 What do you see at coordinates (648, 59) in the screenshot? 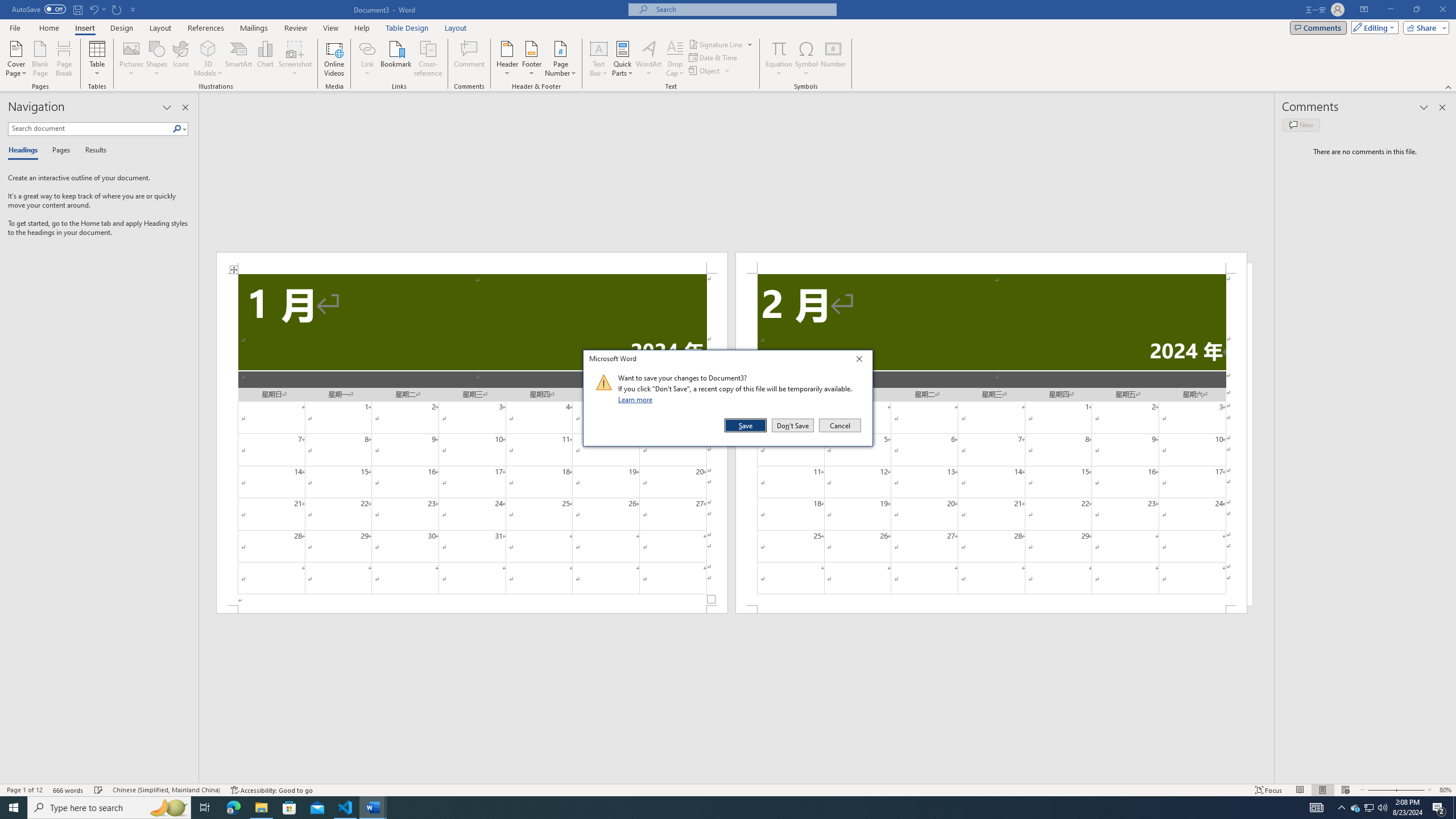
I see `'WordArt'` at bounding box center [648, 59].